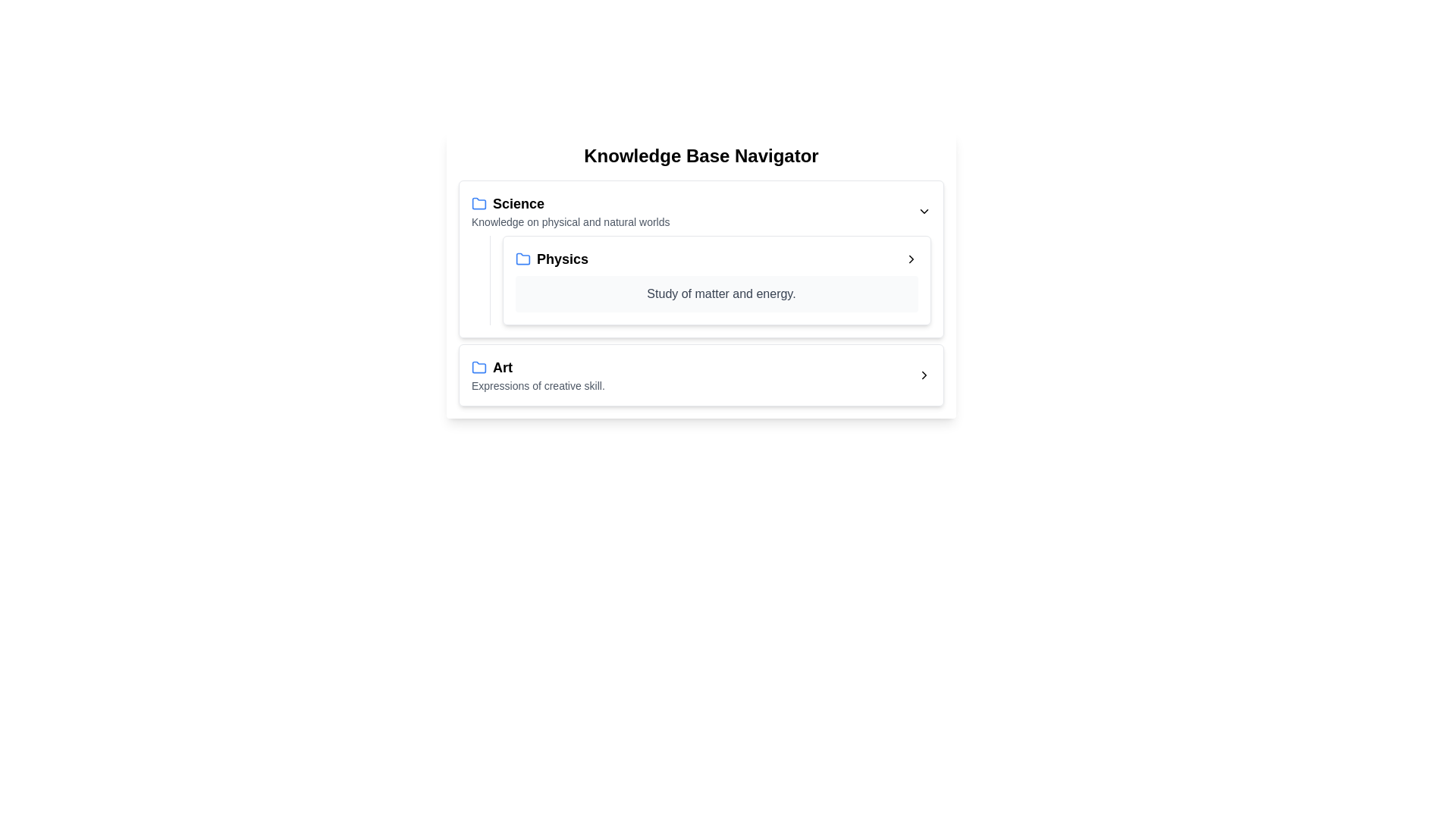 Image resolution: width=1456 pixels, height=819 pixels. I want to click on the blue folder icon located to the left of the 'Science' text label, so click(479, 203).